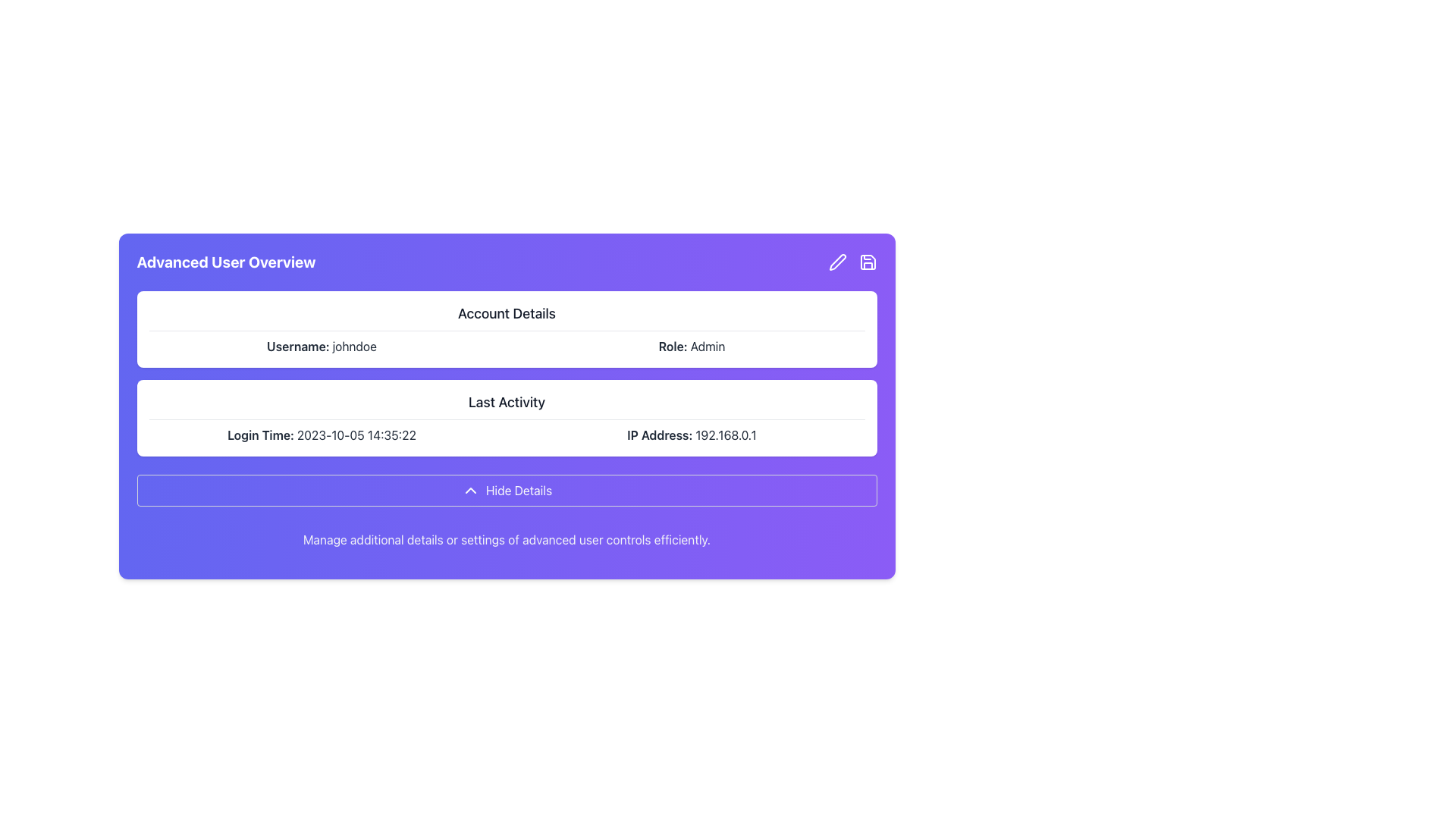  I want to click on displayed role information from the Label showing 'Role: Admin' in the 'Account Details' section, which is styled with a gray font color and bolded 'Role:' text, so click(691, 346).